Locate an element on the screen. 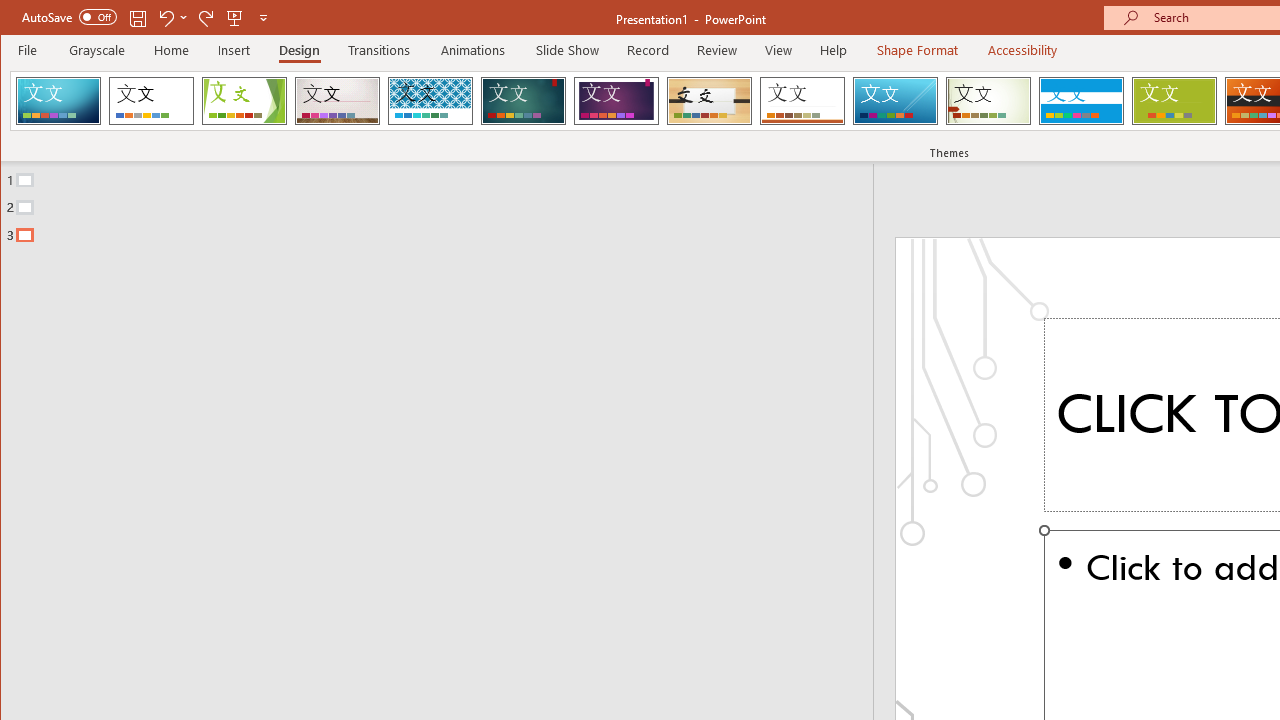  'Office Theme' is located at coordinates (150, 100).